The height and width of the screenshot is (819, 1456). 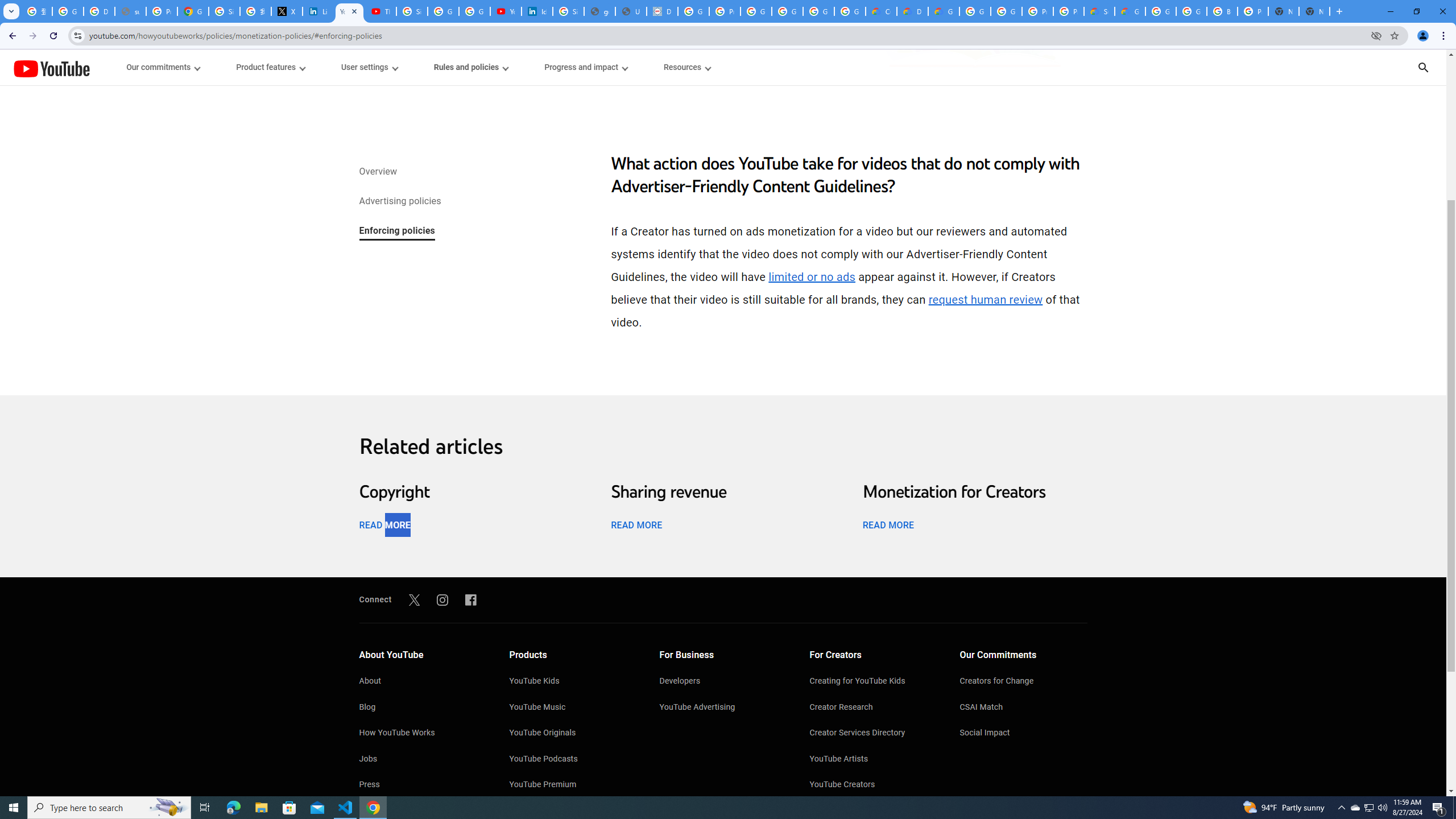 What do you see at coordinates (974, 11) in the screenshot?
I see `'Google Cloud Platform'` at bounding box center [974, 11].